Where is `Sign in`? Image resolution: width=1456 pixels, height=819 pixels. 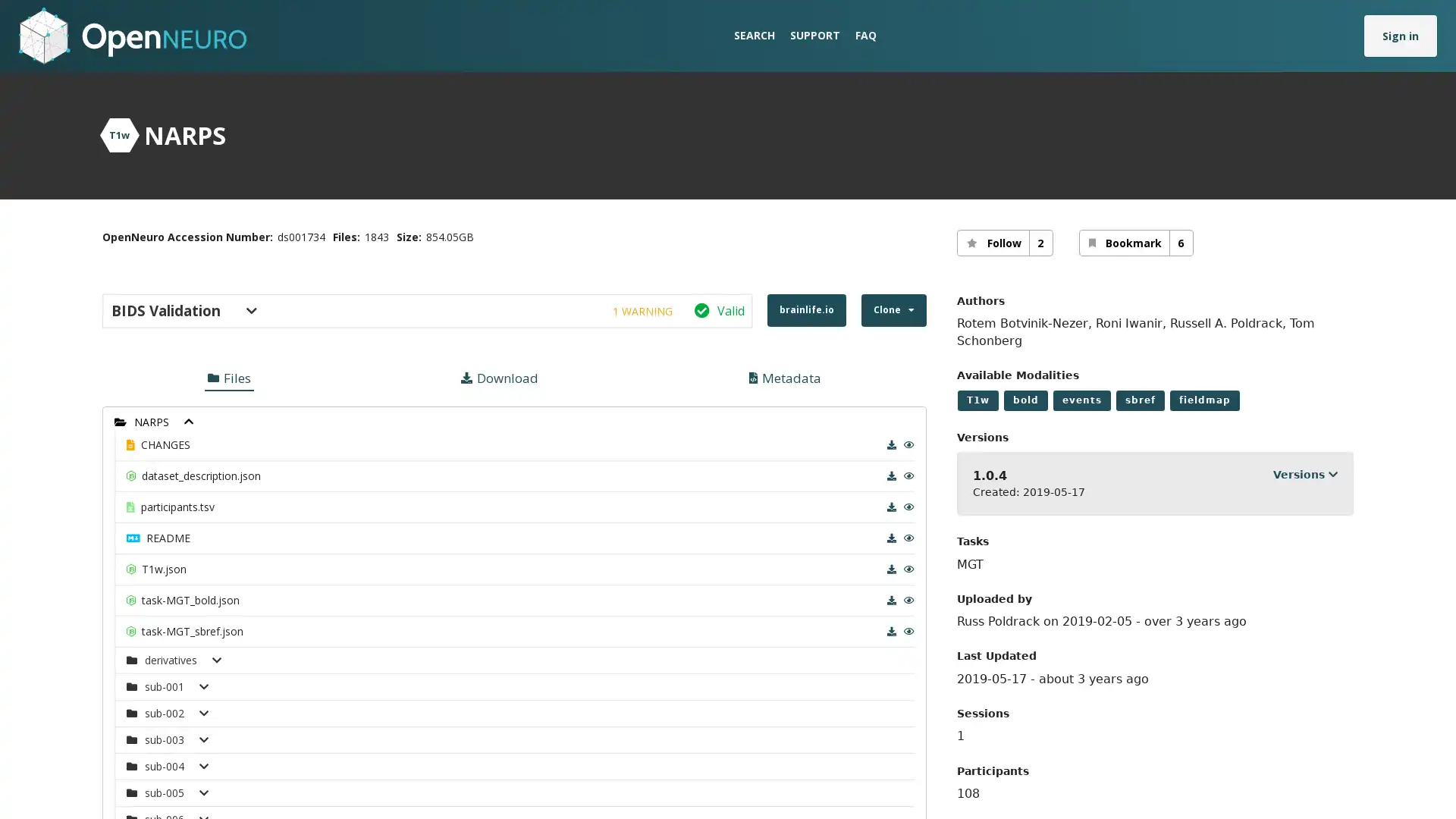
Sign in is located at coordinates (1400, 34).